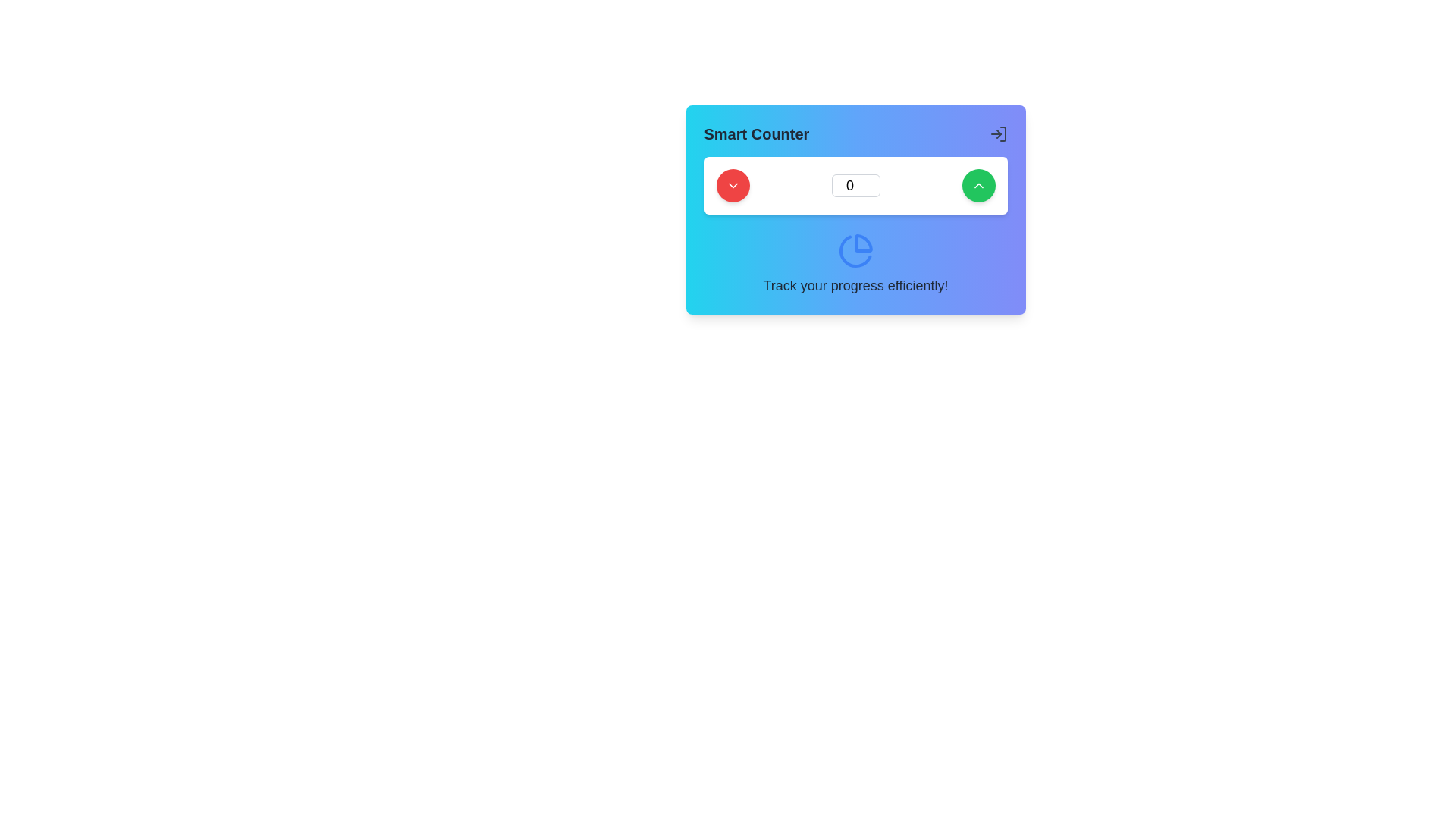 This screenshot has width=1456, height=819. Describe the element at coordinates (978, 185) in the screenshot. I see `the upward Chevron Icon located at the center of the circular button in the top-right corner of the Smart Counter card` at that location.